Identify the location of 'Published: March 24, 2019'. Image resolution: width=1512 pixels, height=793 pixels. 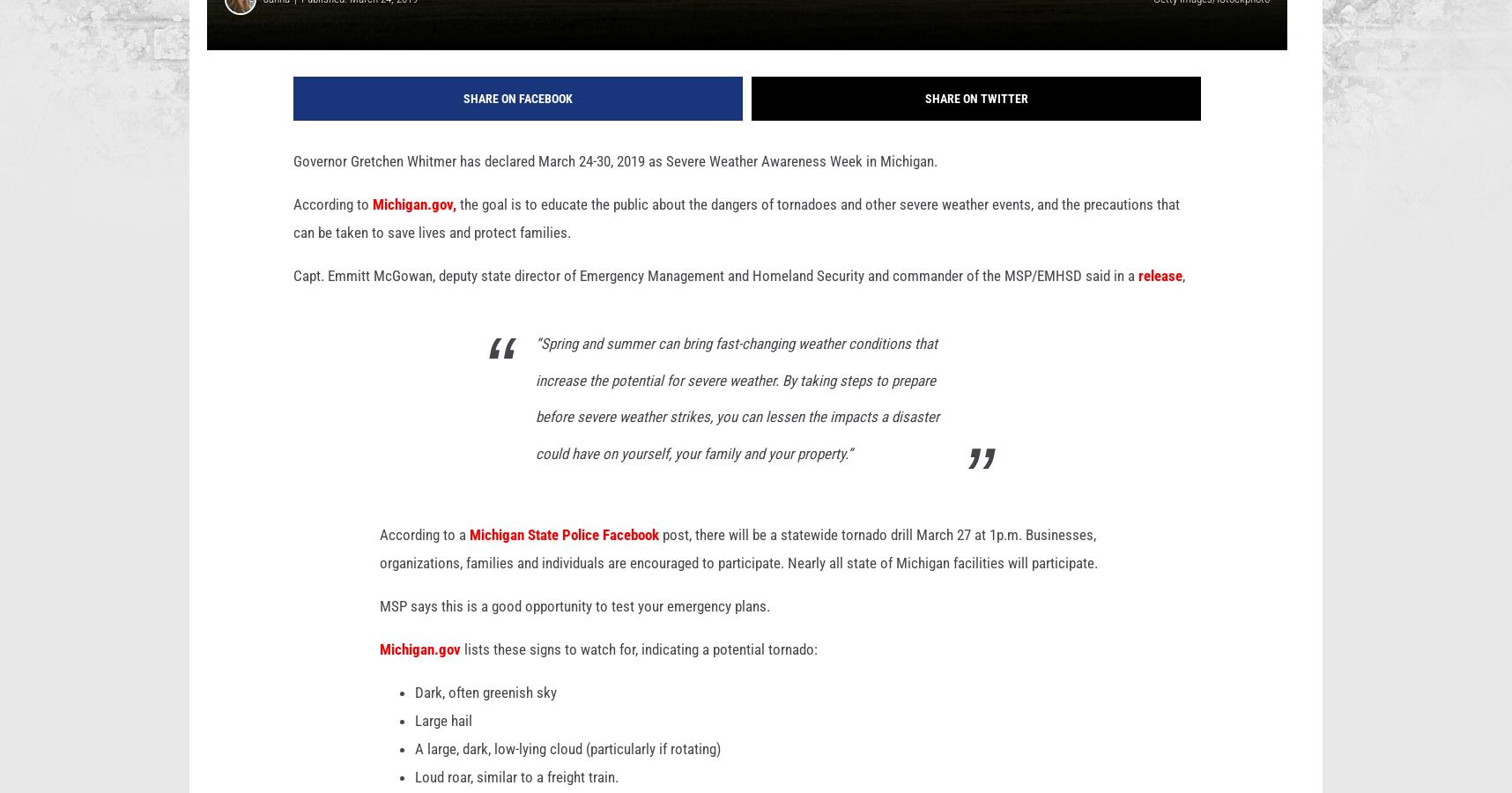
(359, 26).